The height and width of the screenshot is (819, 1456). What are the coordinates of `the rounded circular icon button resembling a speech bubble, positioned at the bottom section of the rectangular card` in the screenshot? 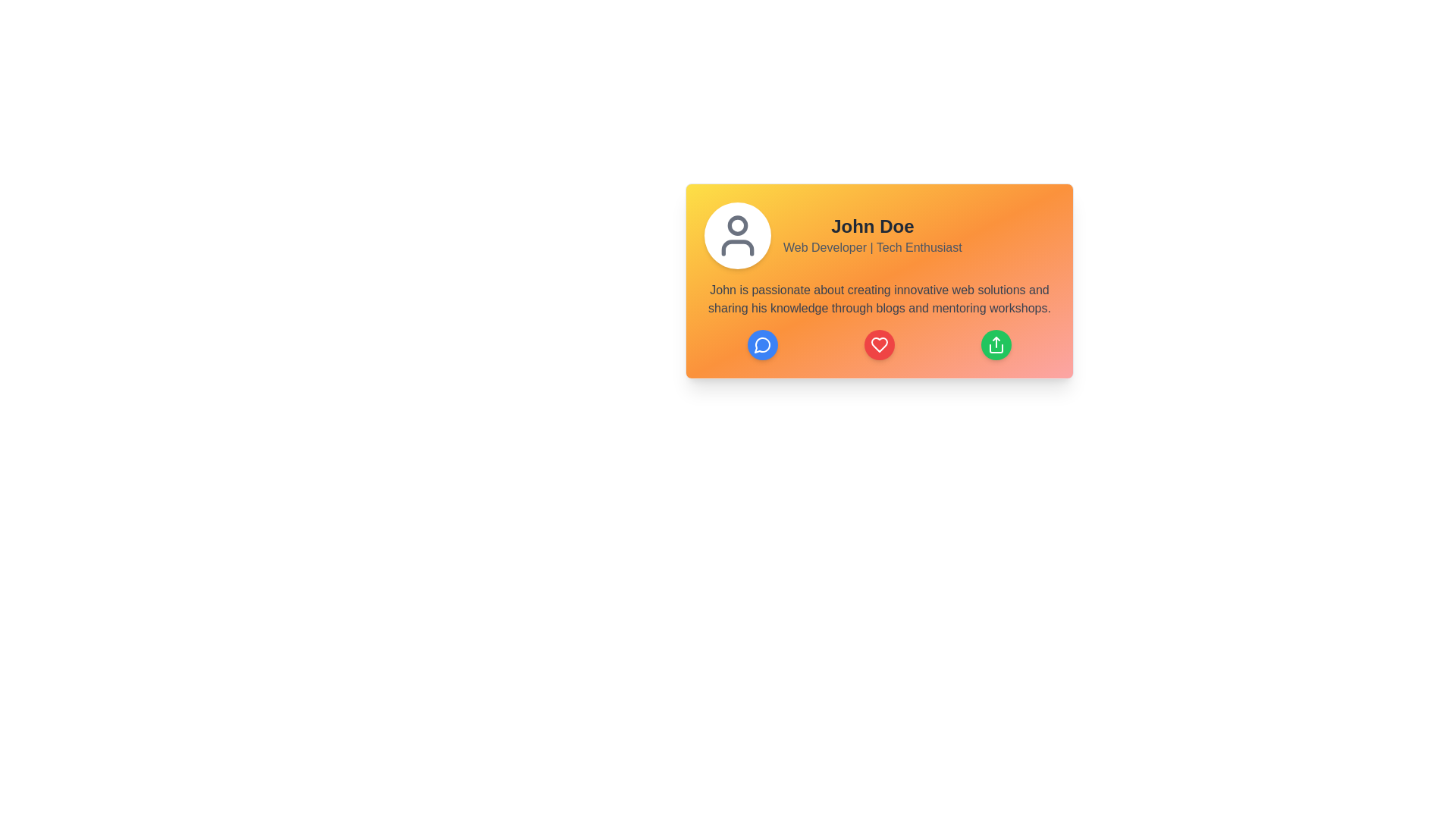 It's located at (763, 345).